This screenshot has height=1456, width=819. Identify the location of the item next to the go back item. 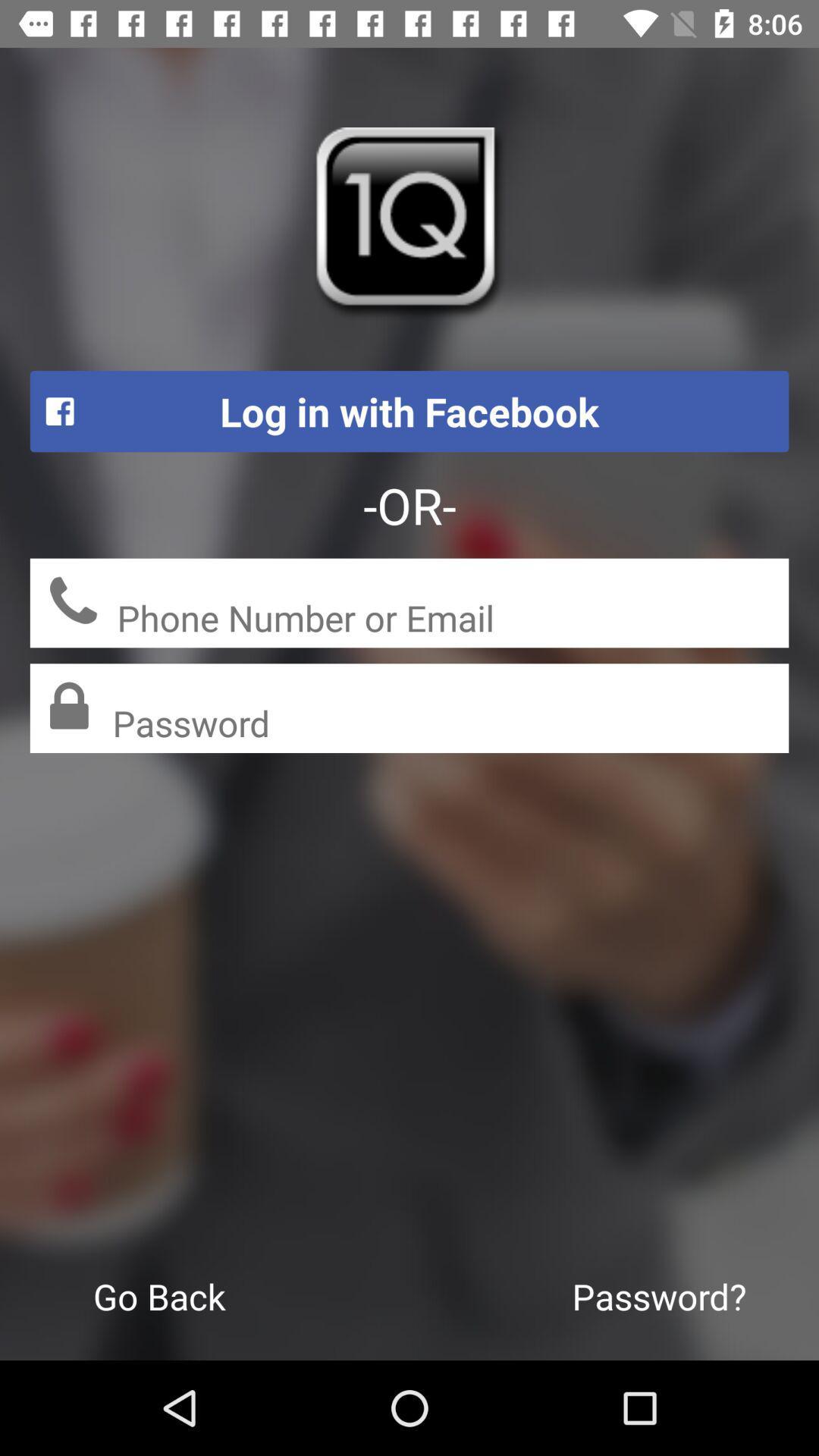
(658, 1295).